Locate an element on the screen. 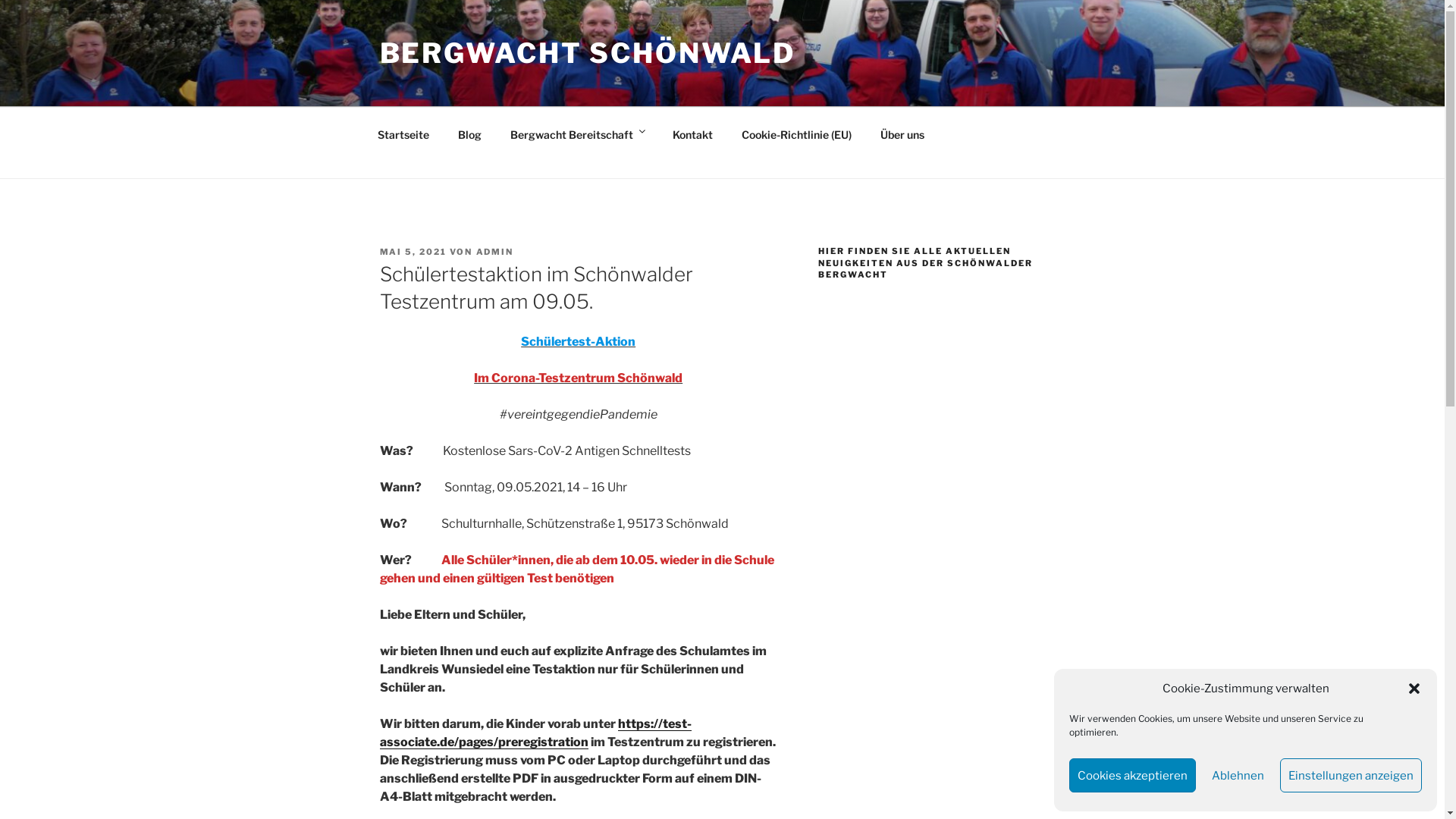 This screenshot has width=1456, height=819. 'MAI 5, 2021' is located at coordinates (413, 250).